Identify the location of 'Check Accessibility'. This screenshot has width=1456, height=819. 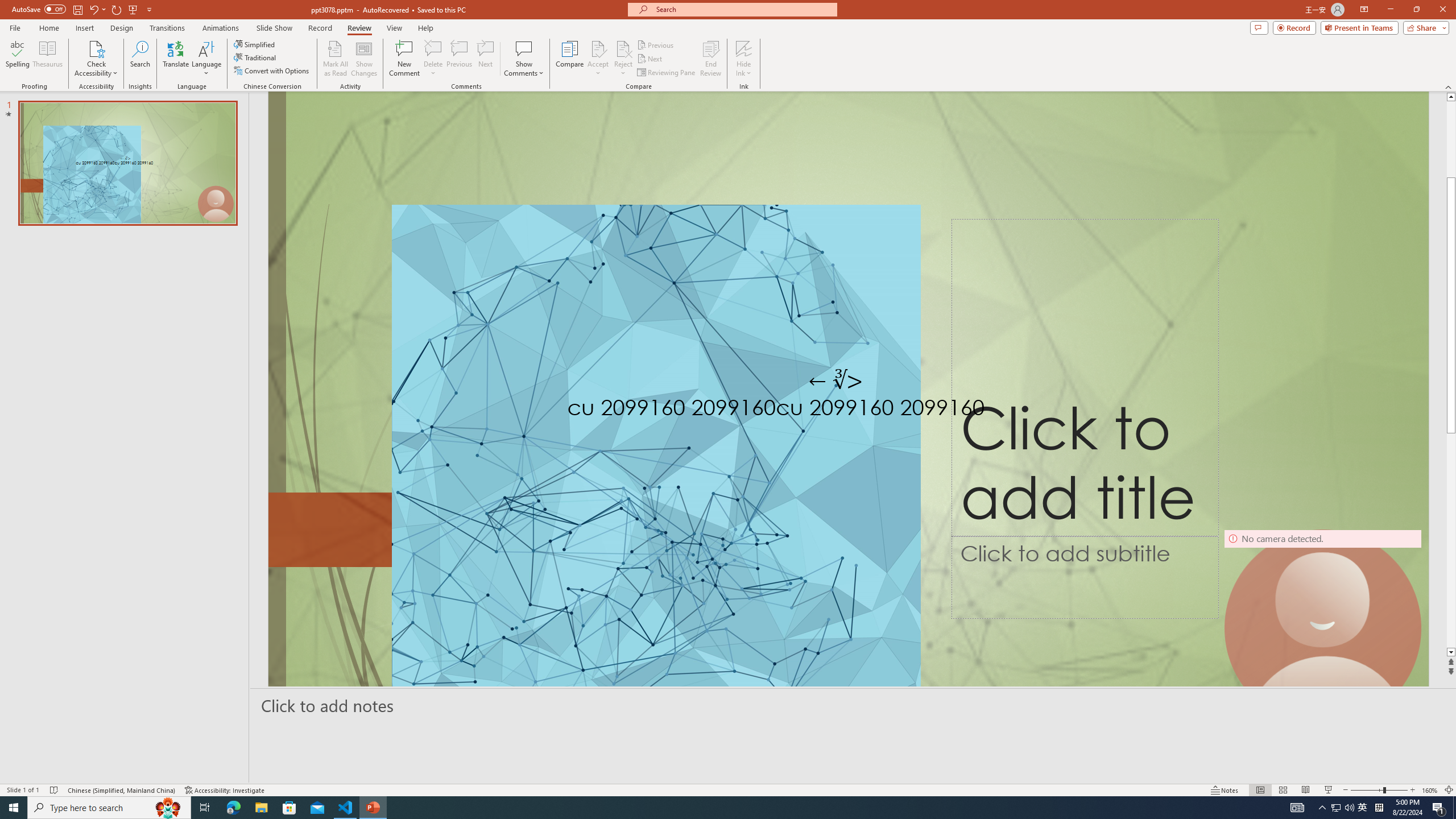
(95, 48).